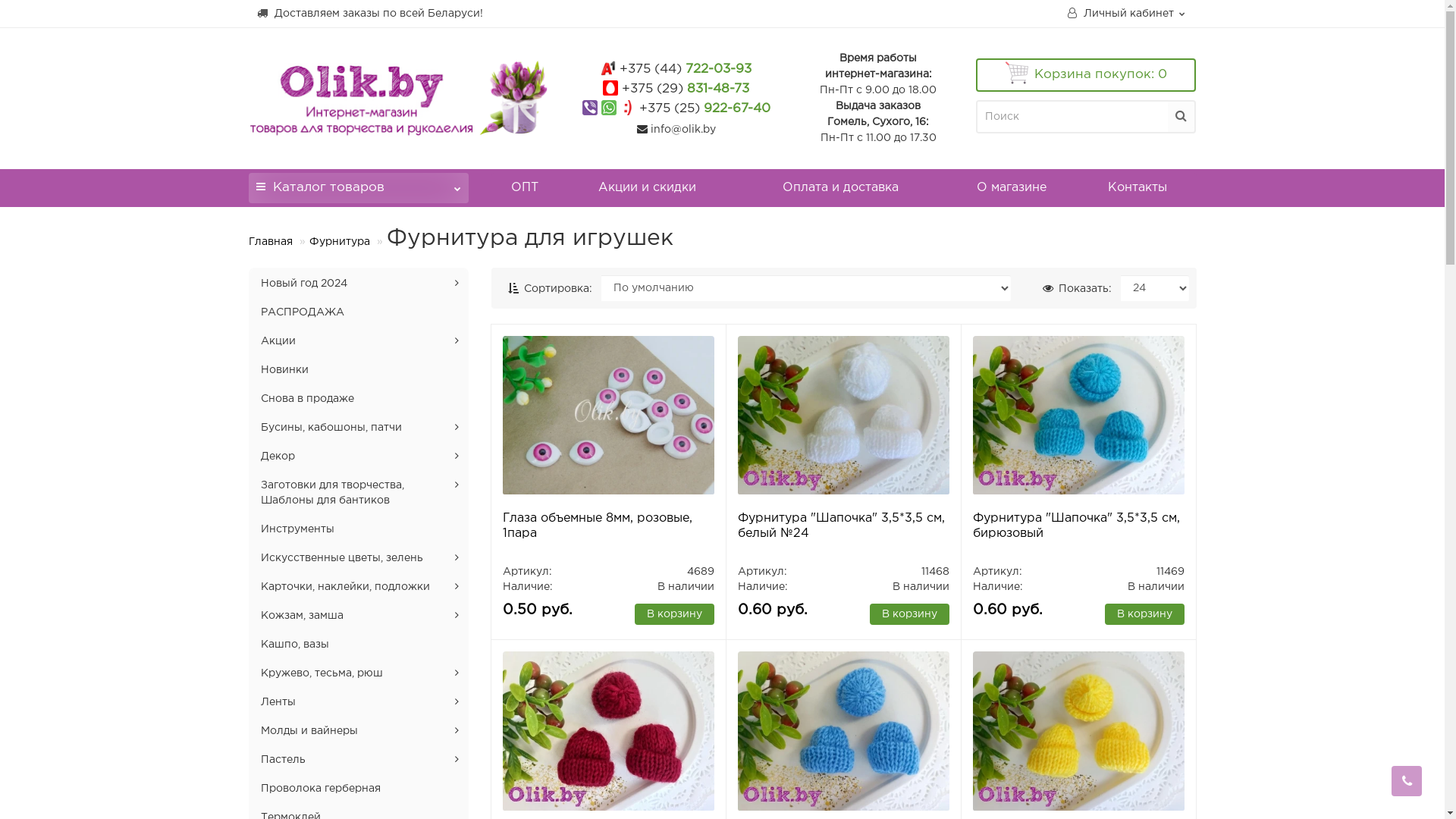  I want to click on '+375 (44) 722-03-93', so click(684, 69).